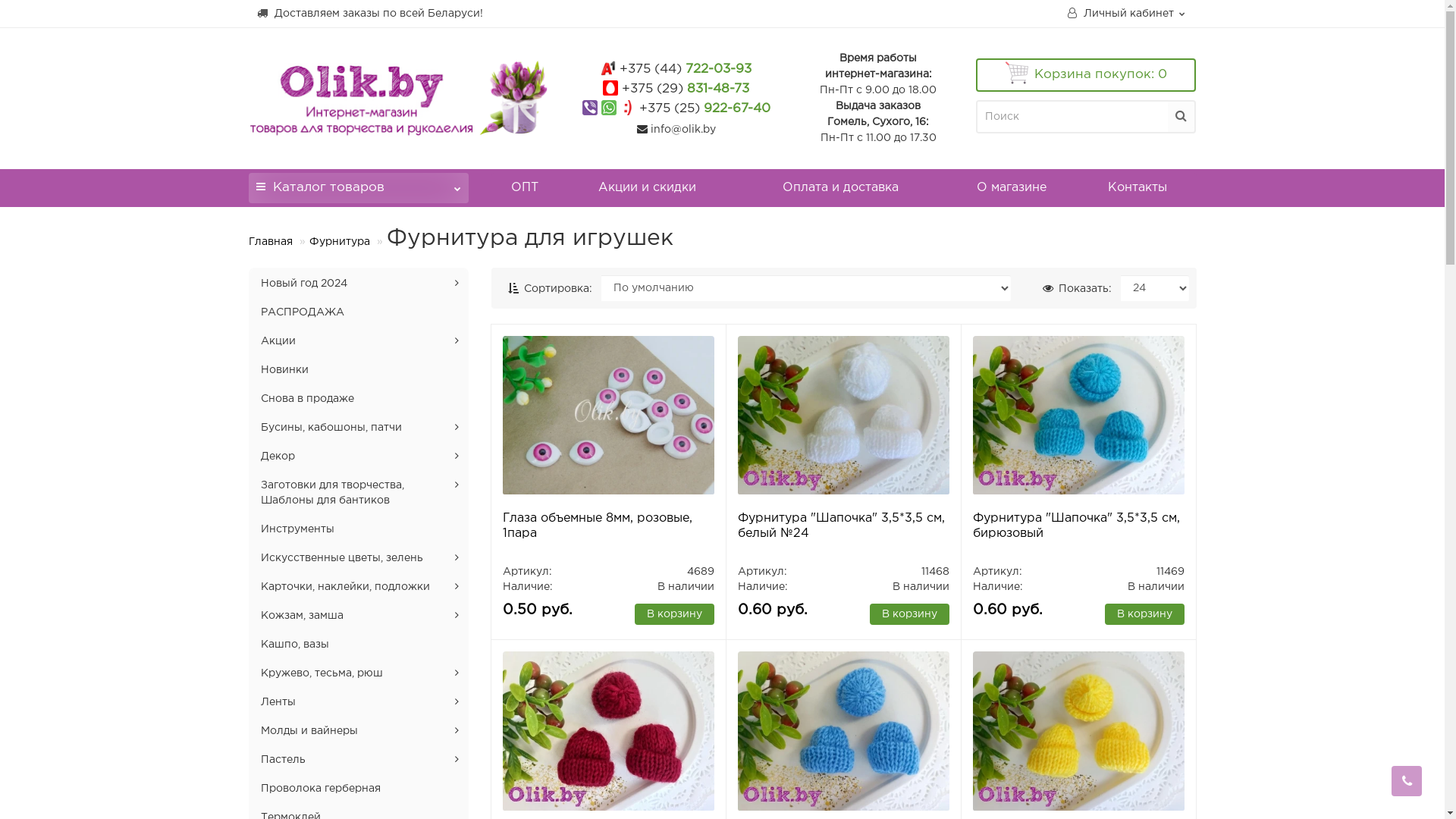  I want to click on '+375 (44) 722-03-93', so click(684, 69).